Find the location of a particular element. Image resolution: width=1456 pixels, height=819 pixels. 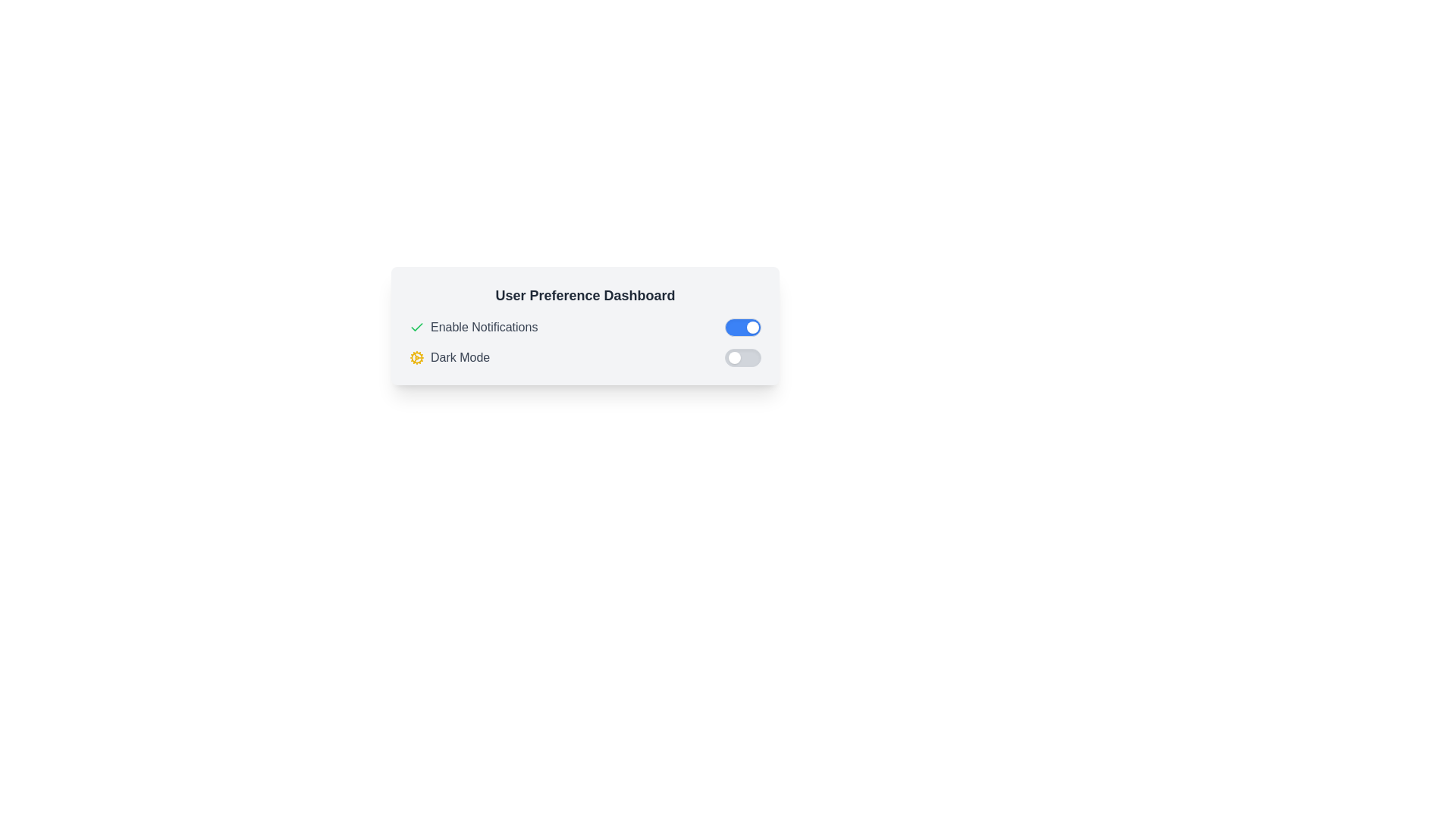

the 'Dark Mode' label and icon pair, which features a yellow sun-like icon with gear-like edges and dark gray text, located in the lower-left corner of the settings panel as the second item in the vertical list is located at coordinates (449, 357).